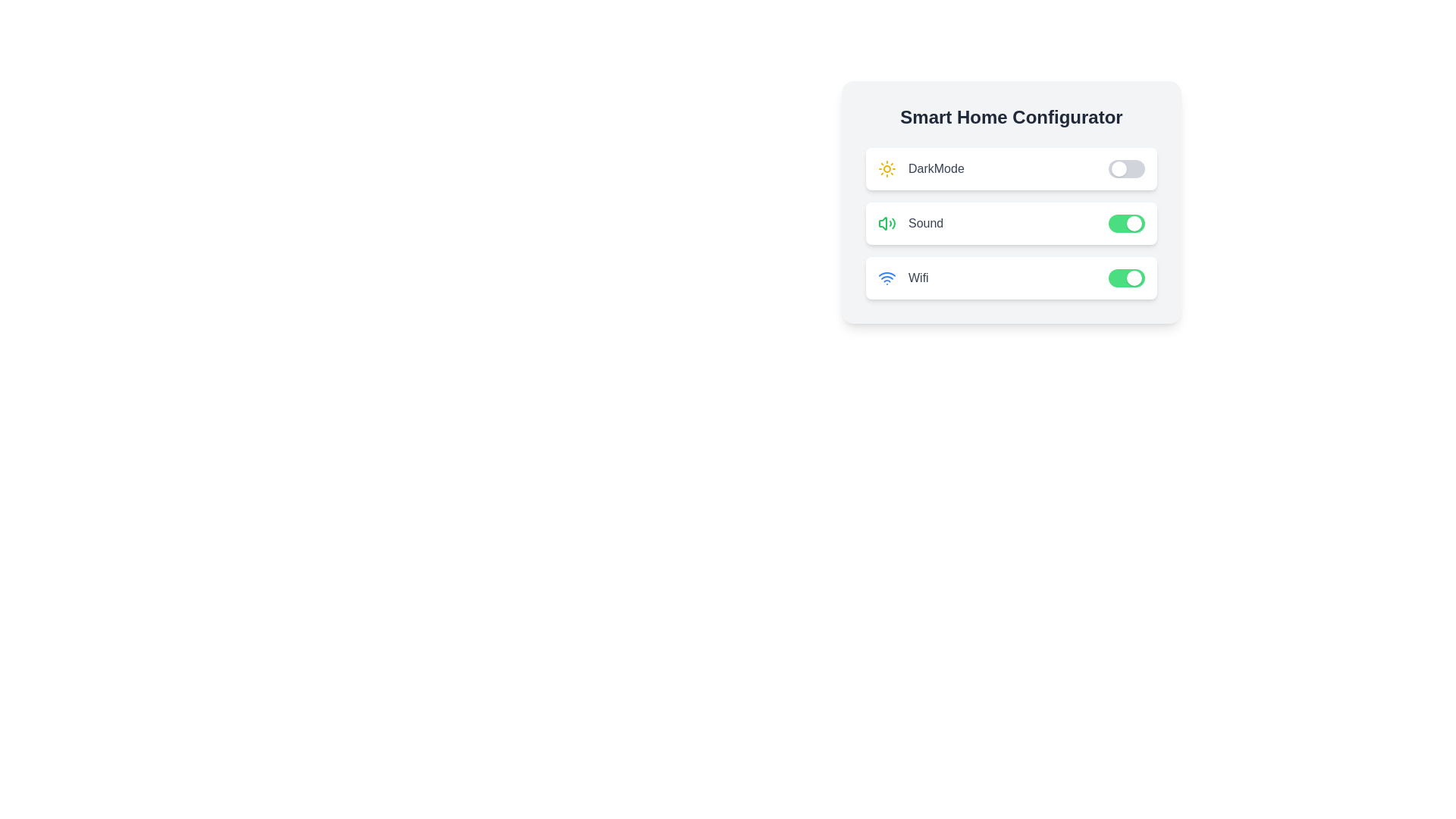 This screenshot has width=1456, height=819. I want to click on the green graphical representation located at the bottom-left side of the volume icon, so click(883, 223).